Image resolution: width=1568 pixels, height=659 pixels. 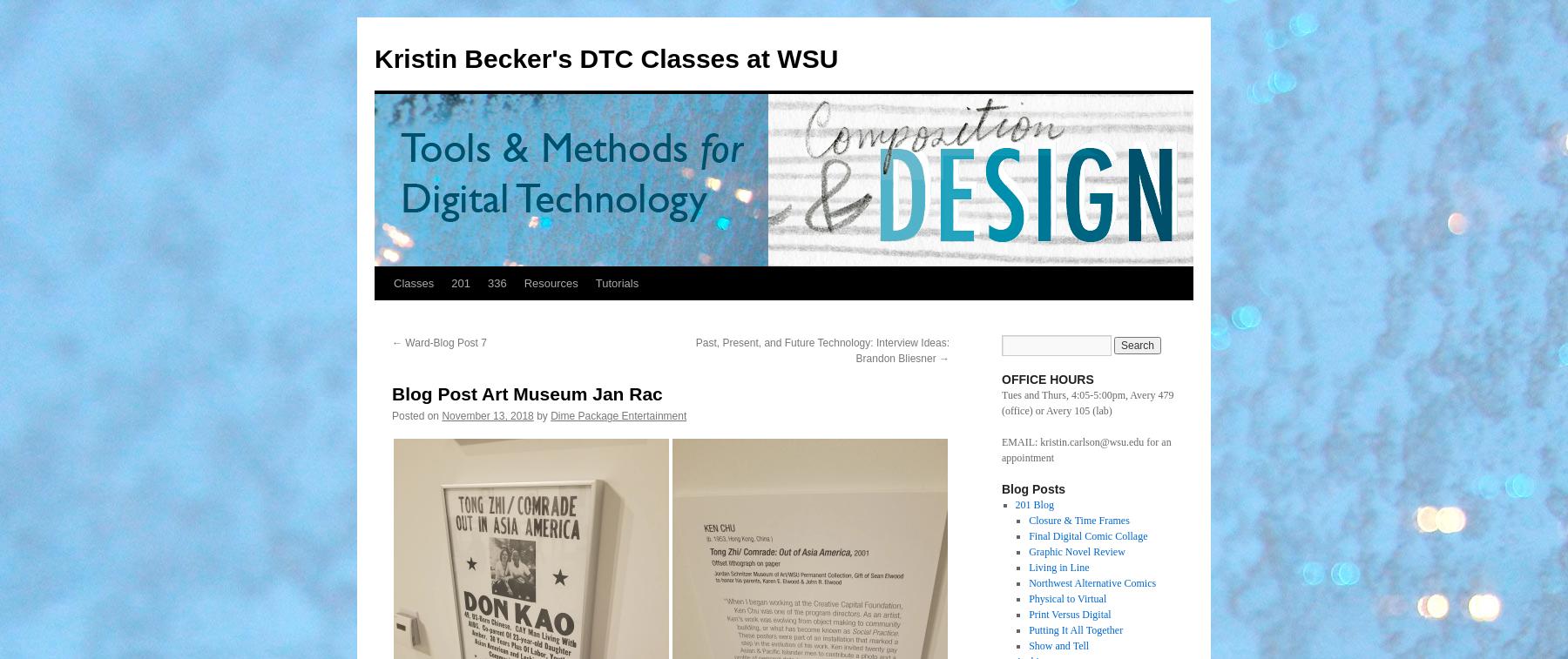 I want to click on 'EMAIL: kristin.carlson@wsu.edu for an appointment', so click(x=1086, y=450).